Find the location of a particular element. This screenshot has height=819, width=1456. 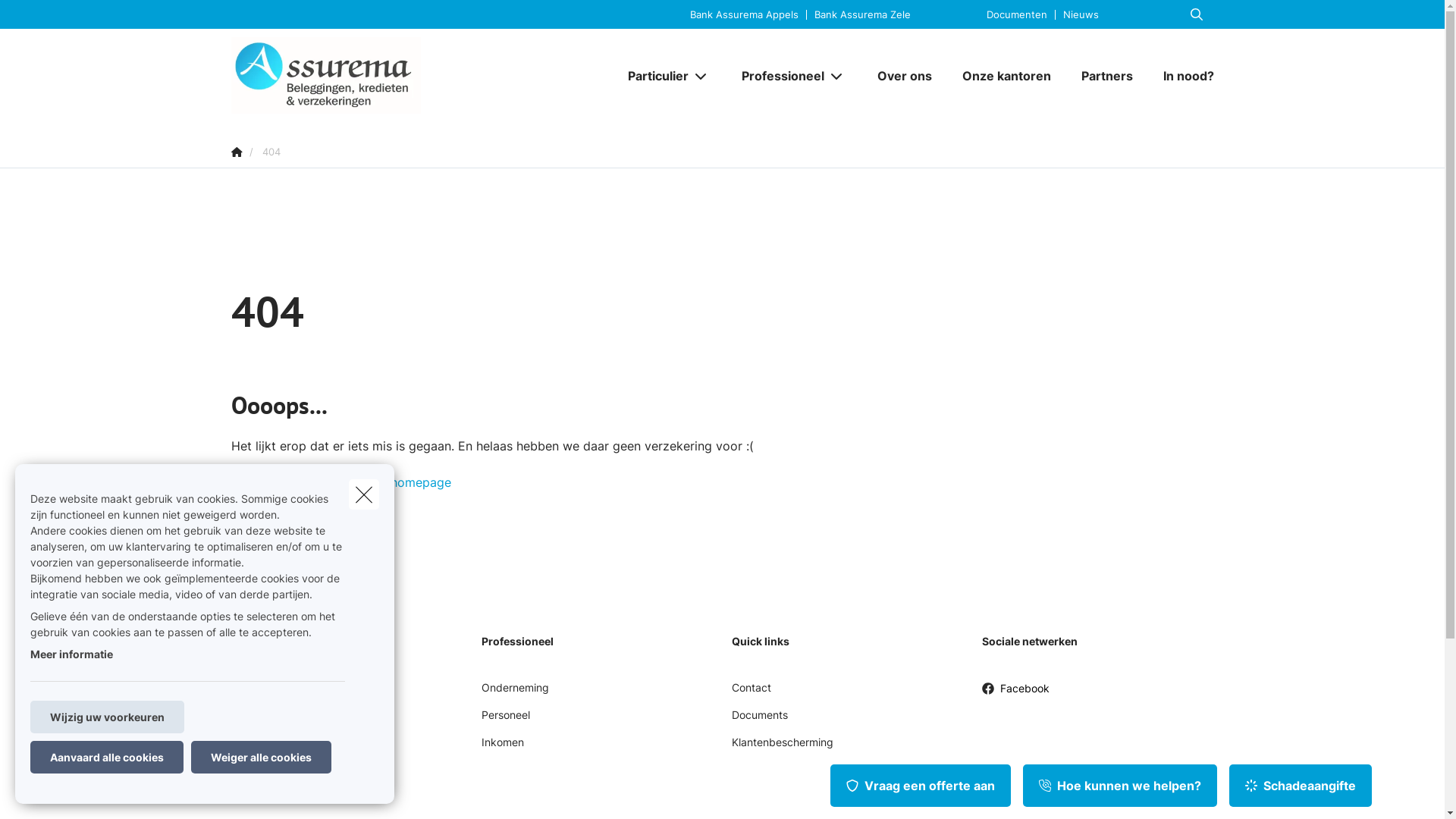

'In nood?' is located at coordinates (1180, 76).